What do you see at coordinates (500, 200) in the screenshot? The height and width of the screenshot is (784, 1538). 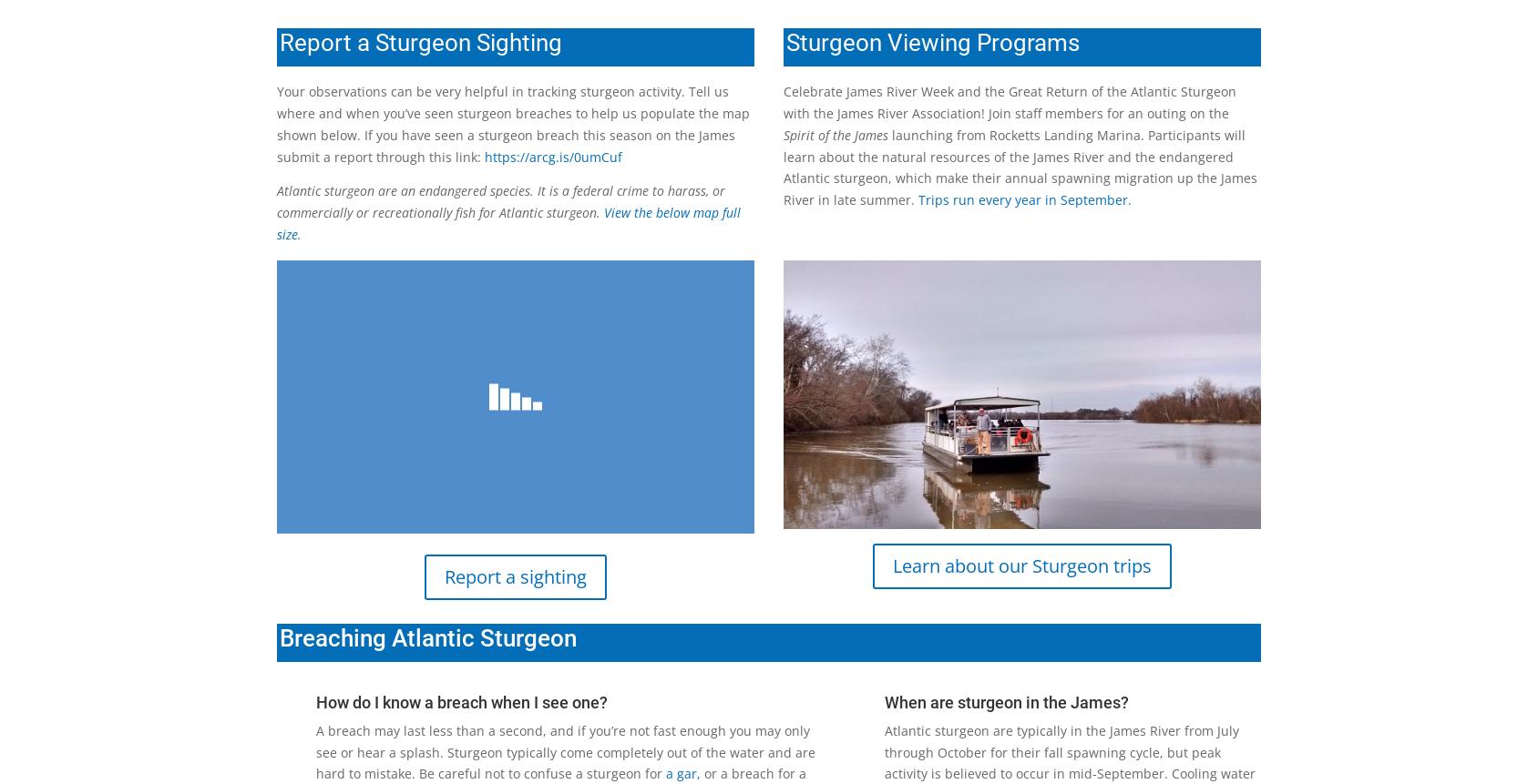 I see `'Atlantic sturgeon are an endangered species. It is a federal crime to harass, or commercially or recreationally fish for Atlantic sturgeon.'` at bounding box center [500, 200].